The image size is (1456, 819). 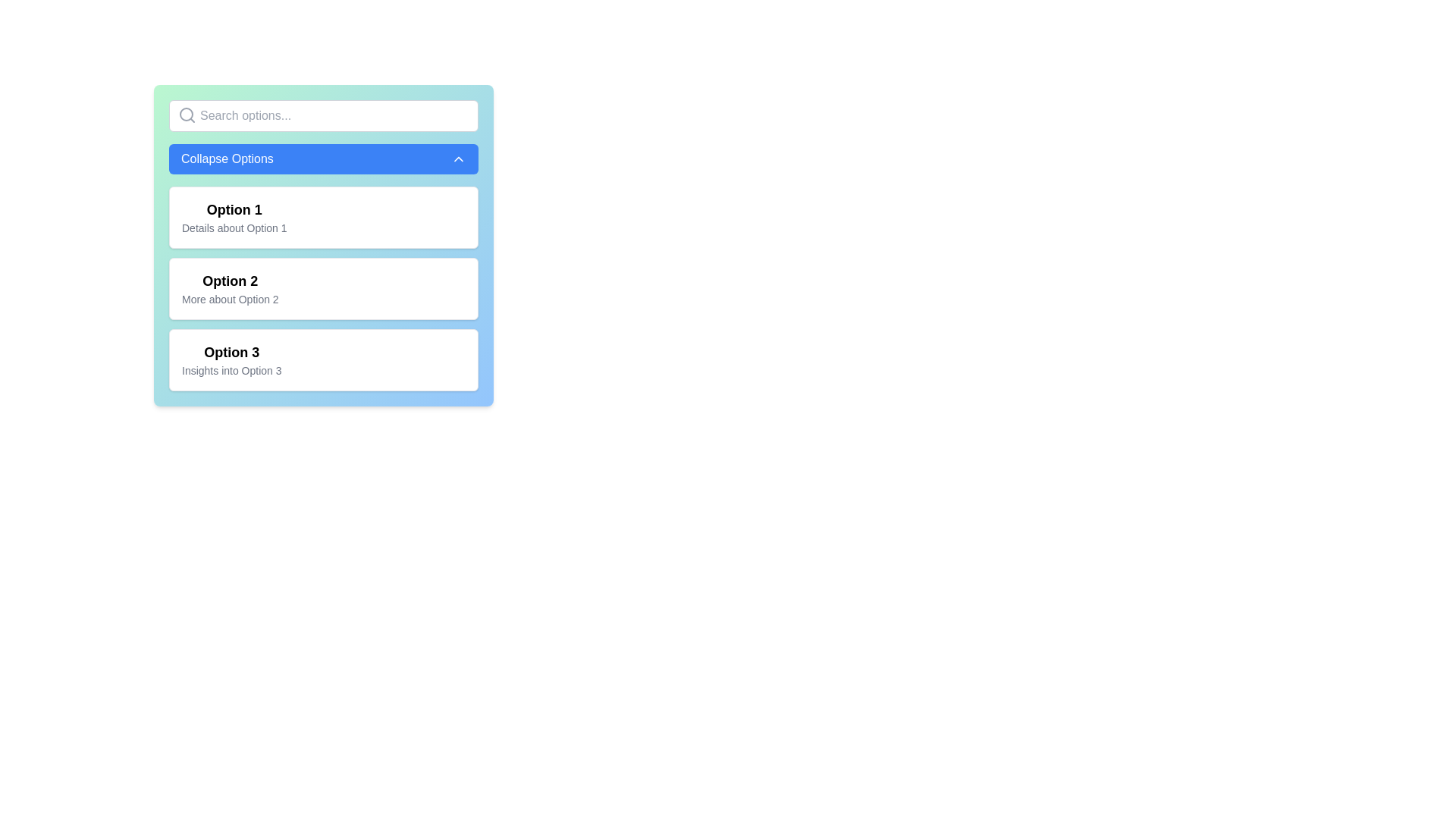 What do you see at coordinates (186, 114) in the screenshot?
I see `the search icon located at the left of the search input field, which serves as a visual cue for search queries` at bounding box center [186, 114].